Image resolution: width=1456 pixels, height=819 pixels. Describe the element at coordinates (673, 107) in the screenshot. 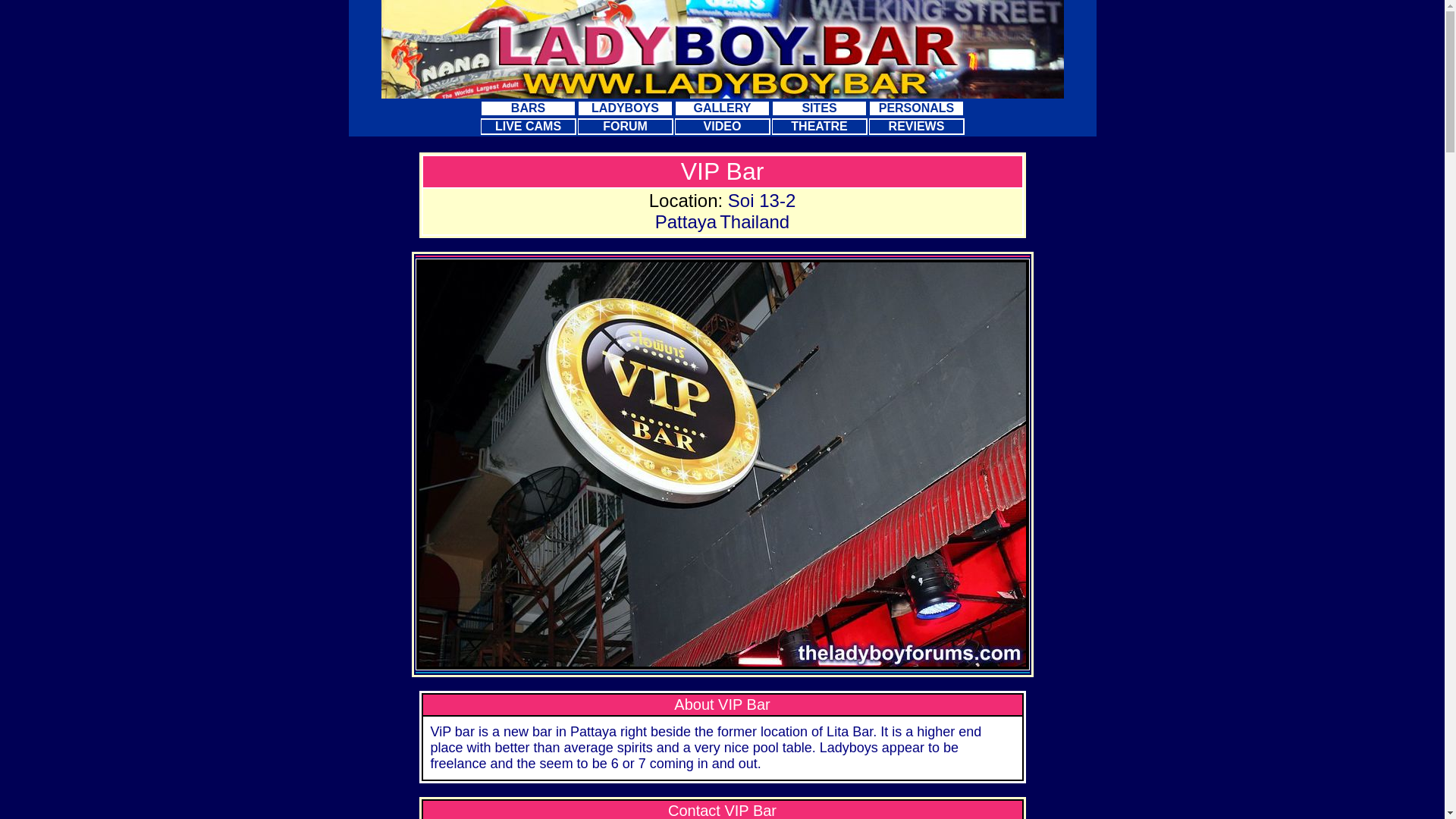

I see `'GALLERY'` at that location.